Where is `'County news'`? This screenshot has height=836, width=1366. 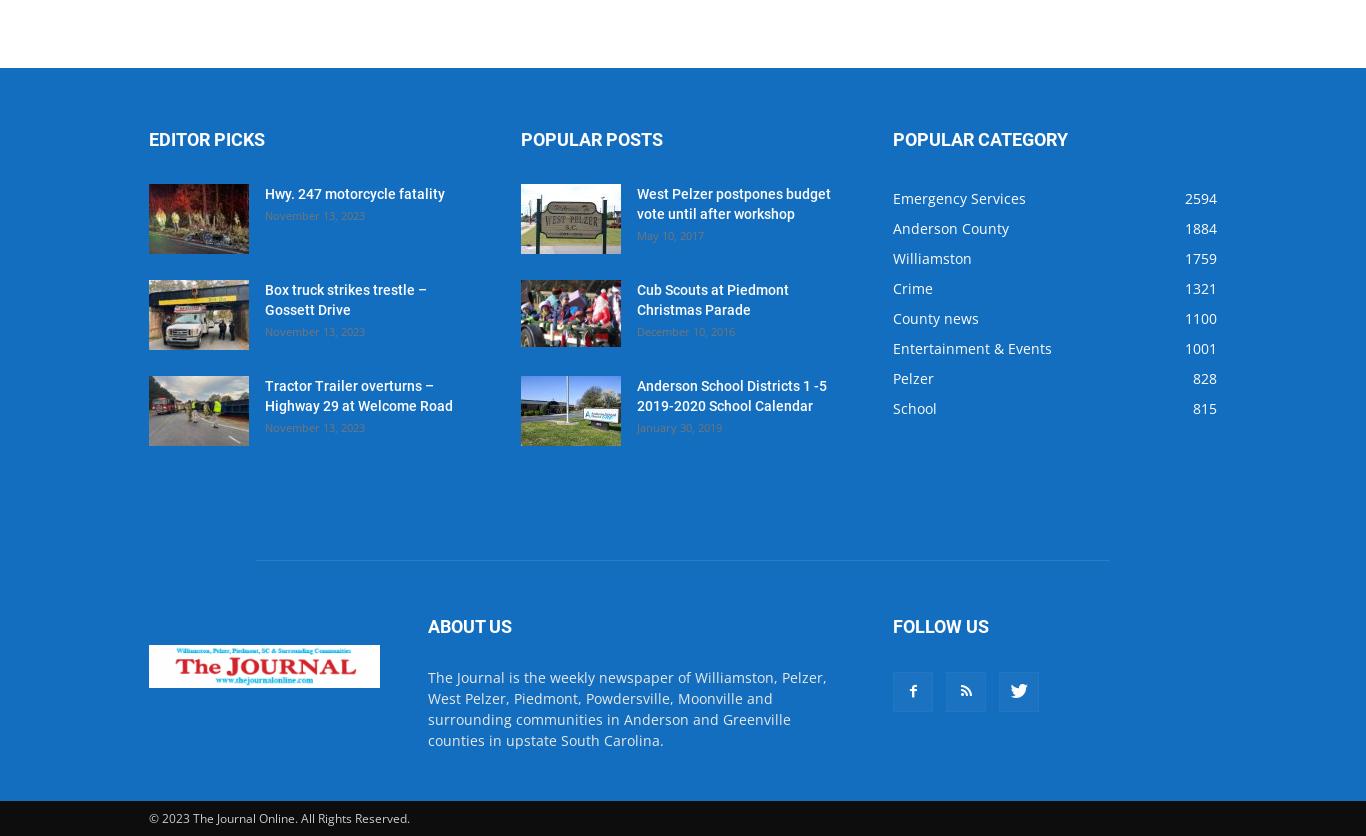 'County news' is located at coordinates (935, 317).